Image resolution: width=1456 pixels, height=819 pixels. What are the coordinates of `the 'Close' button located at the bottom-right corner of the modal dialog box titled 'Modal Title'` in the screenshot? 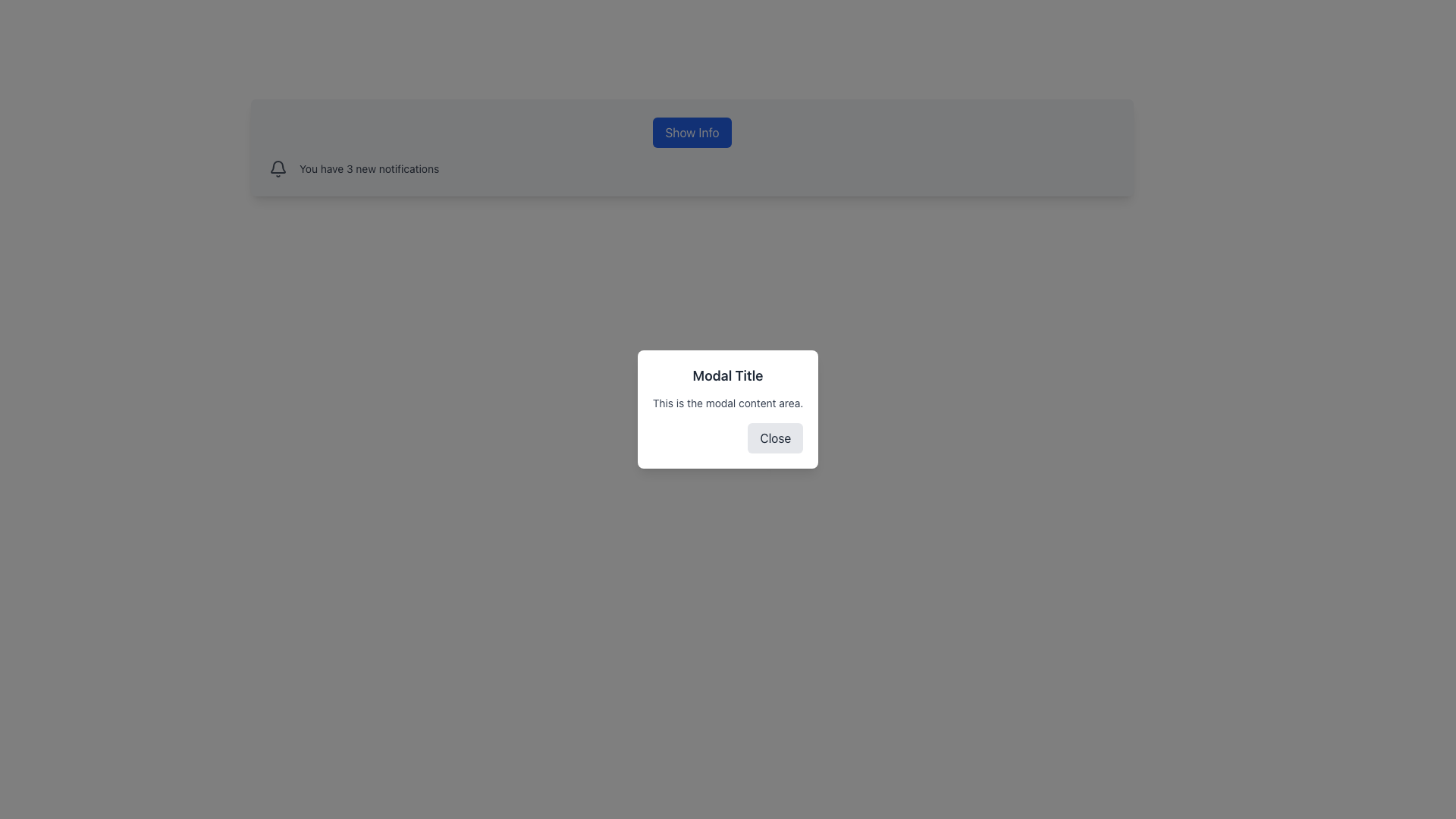 It's located at (775, 438).